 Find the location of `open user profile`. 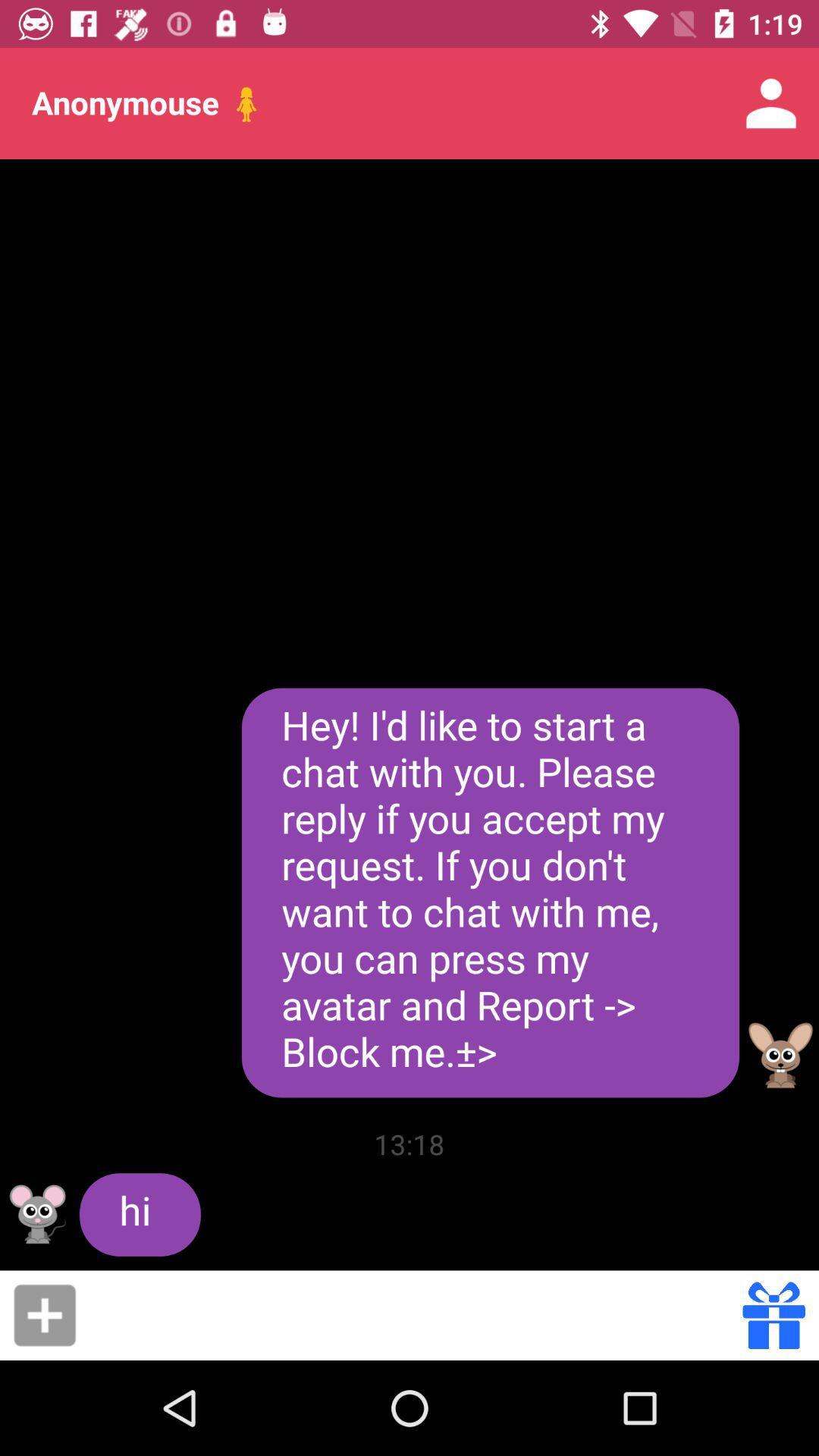

open user profile is located at coordinates (37, 1214).